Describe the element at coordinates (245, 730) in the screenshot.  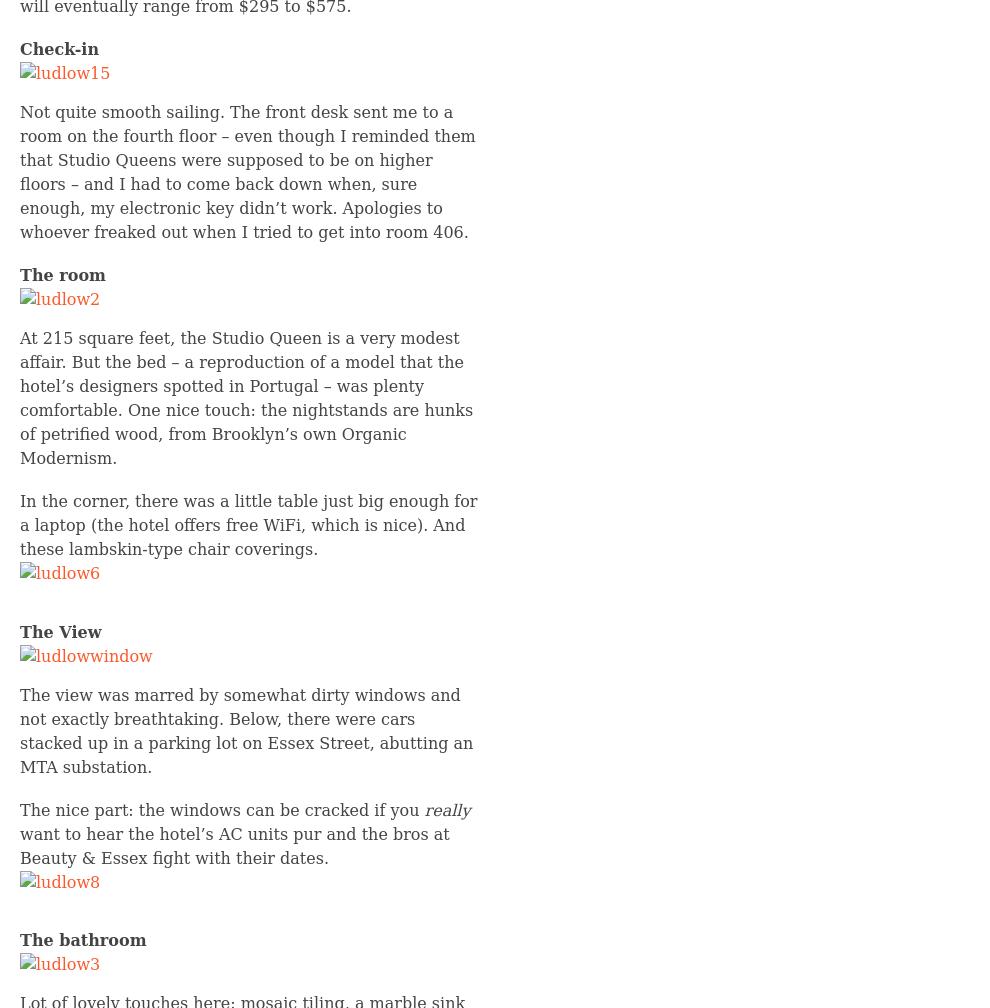
I see `'The view was marred by somewhat dirty windows and not exactly breathtaking. Below, there were cars stacked up in a parking lot on Essex Street, abutting an MTA substation.'` at that location.